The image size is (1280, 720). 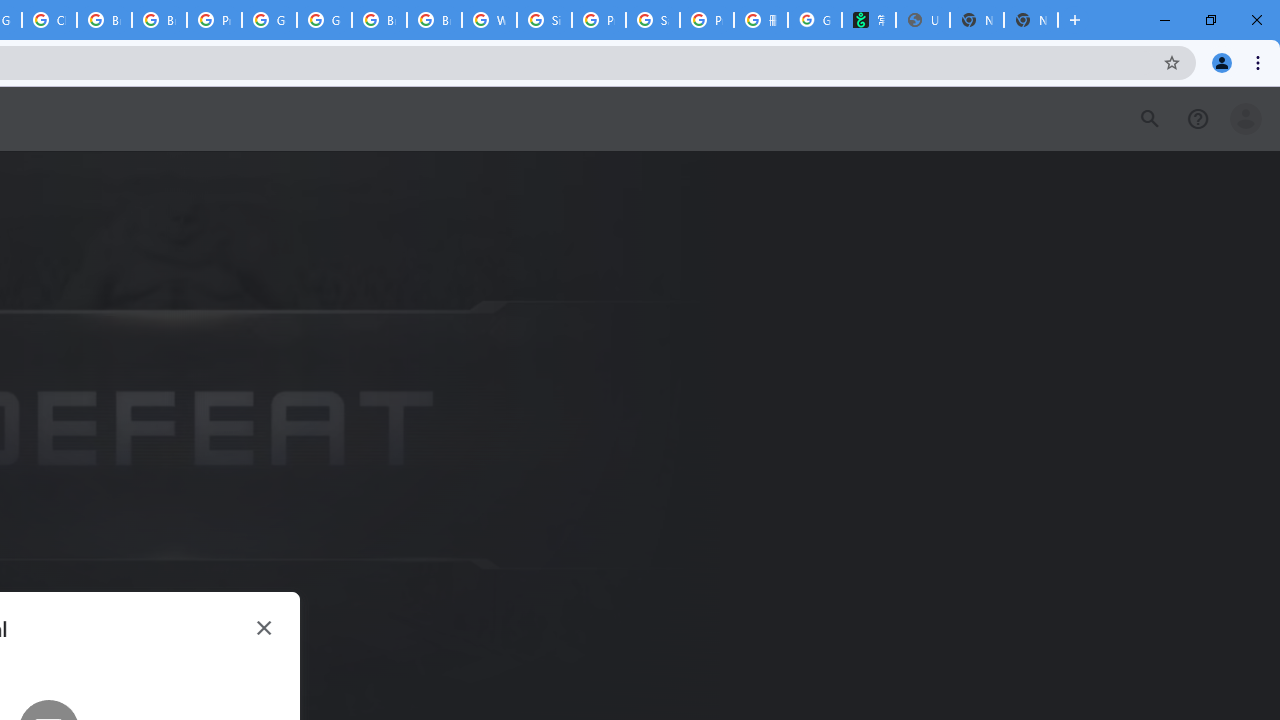 I want to click on 'New Tab', so click(x=1031, y=20).